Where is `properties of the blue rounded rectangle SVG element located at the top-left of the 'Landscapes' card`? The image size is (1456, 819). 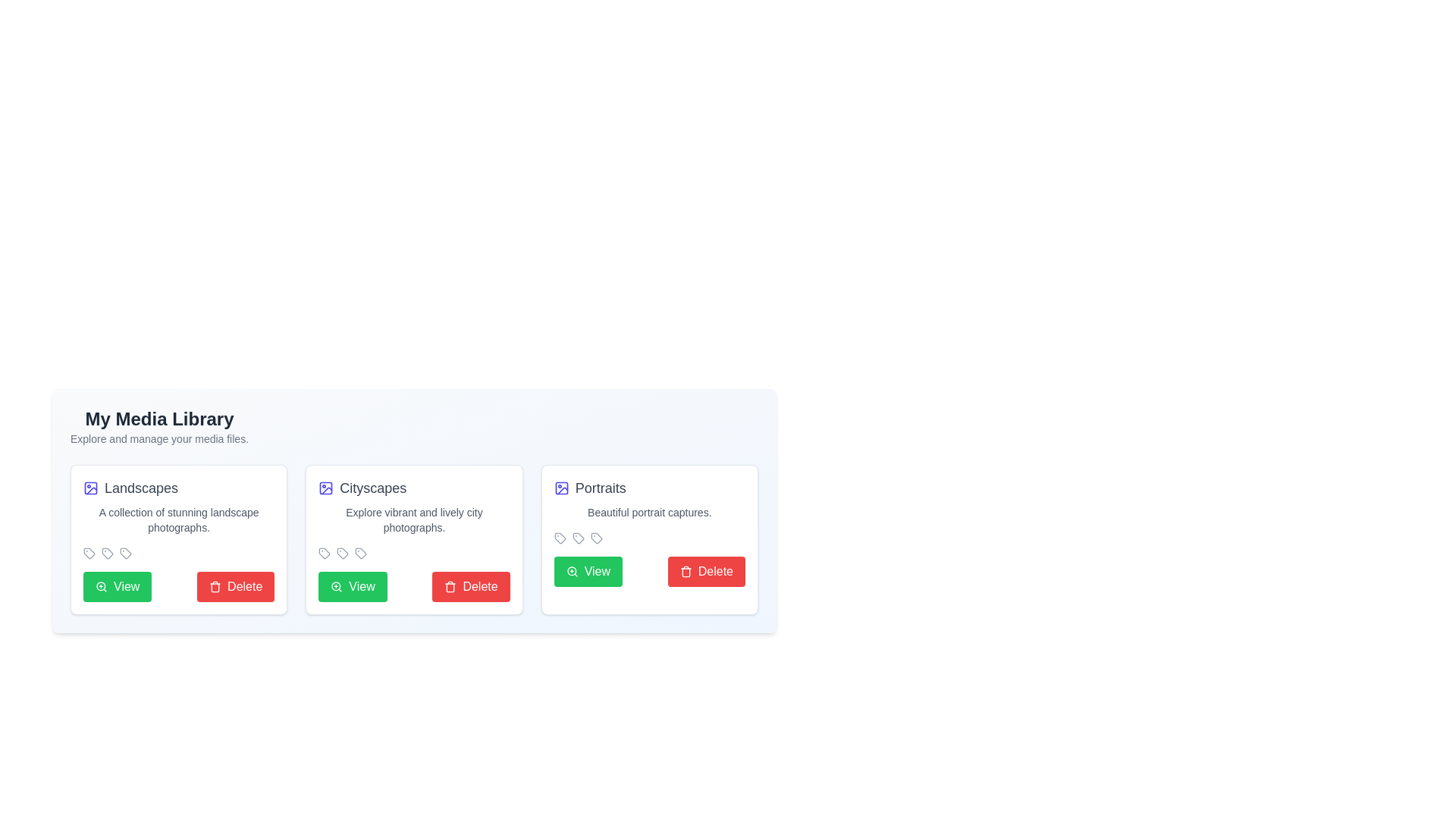
properties of the blue rounded rectangle SVG element located at the top-left of the 'Landscapes' card is located at coordinates (90, 488).